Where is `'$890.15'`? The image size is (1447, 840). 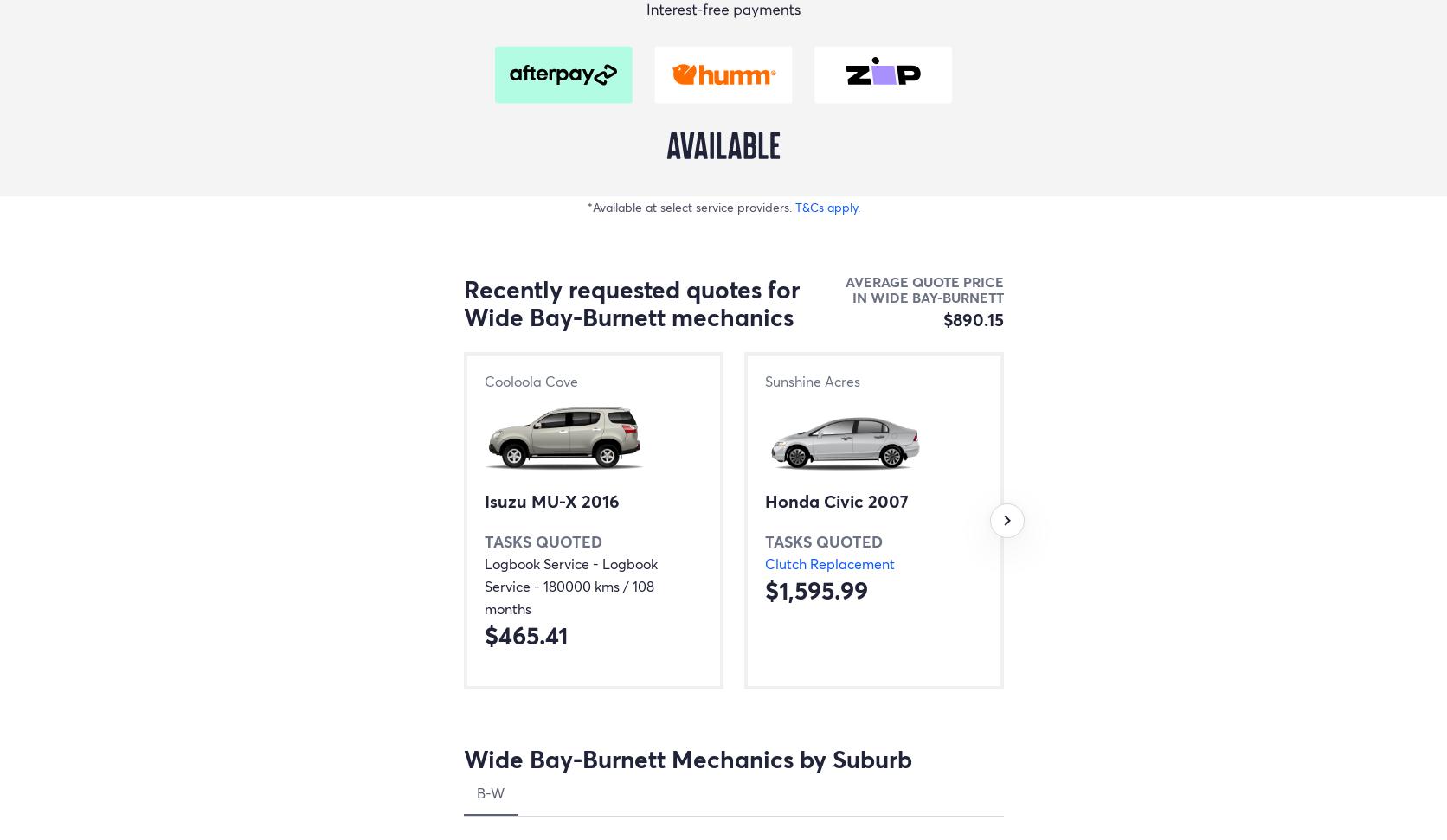
'$890.15' is located at coordinates (942, 318).